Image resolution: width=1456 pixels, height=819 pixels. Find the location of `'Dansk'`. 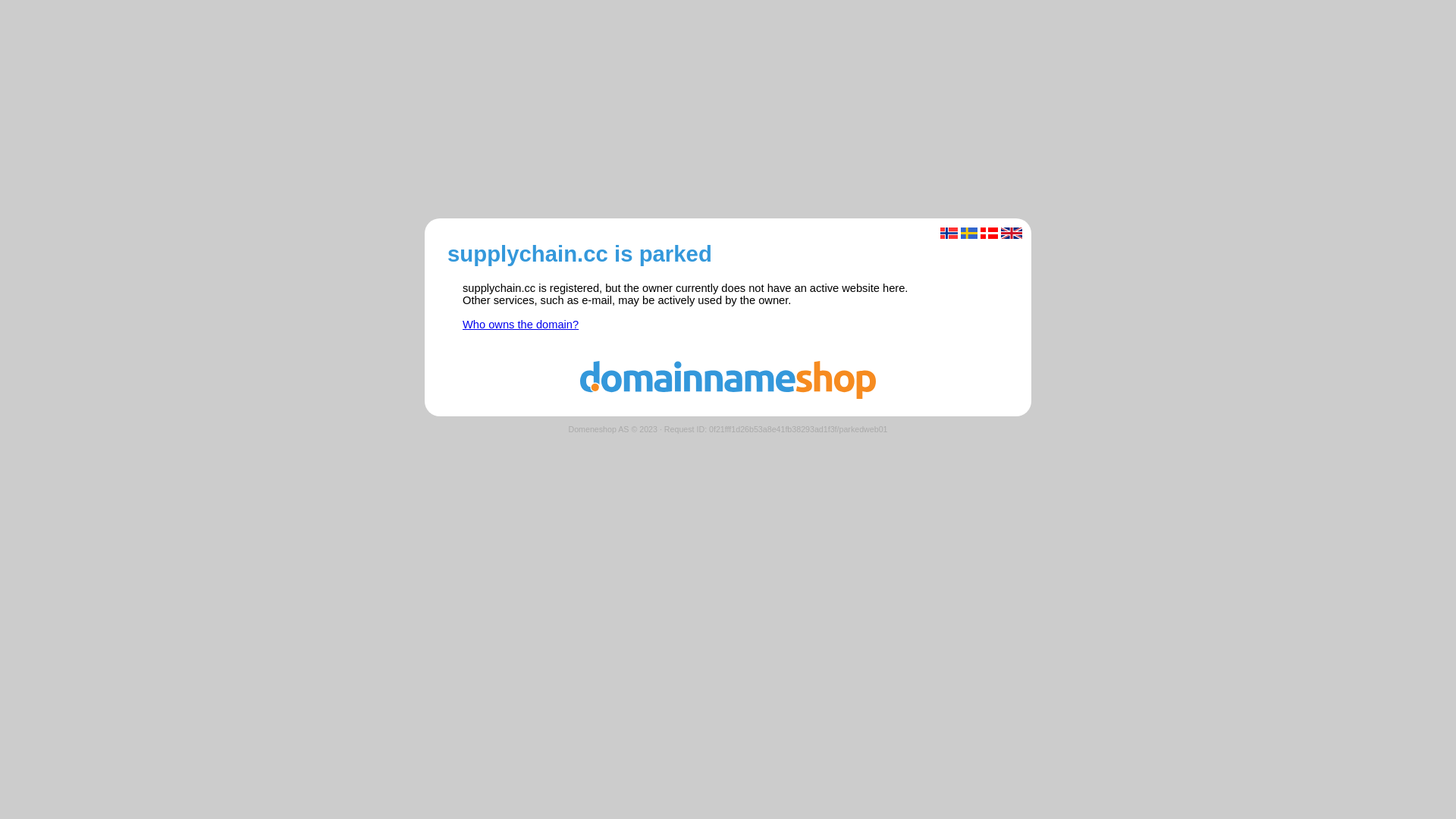

'Dansk' is located at coordinates (980, 233).